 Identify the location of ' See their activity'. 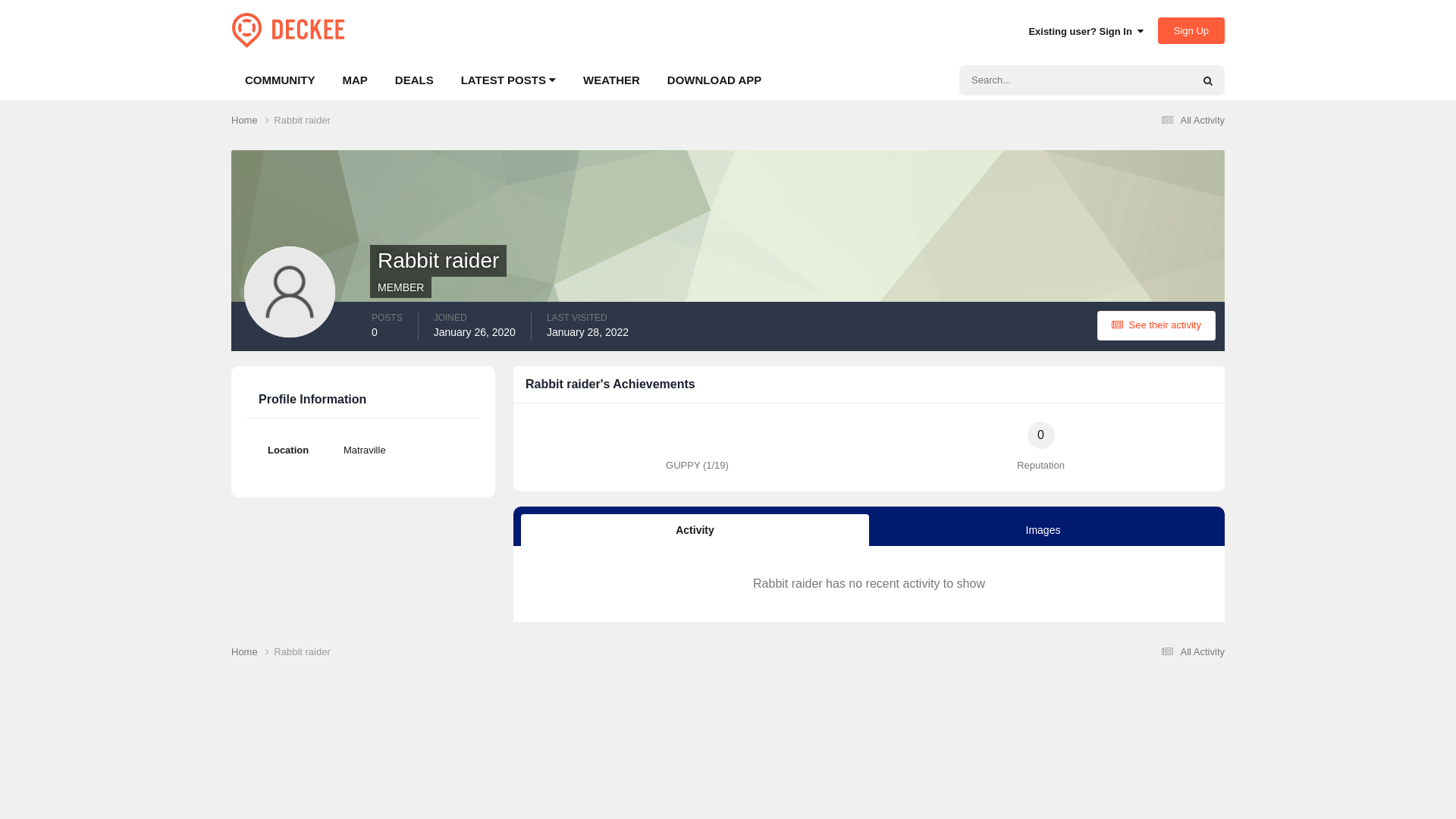
(1156, 325).